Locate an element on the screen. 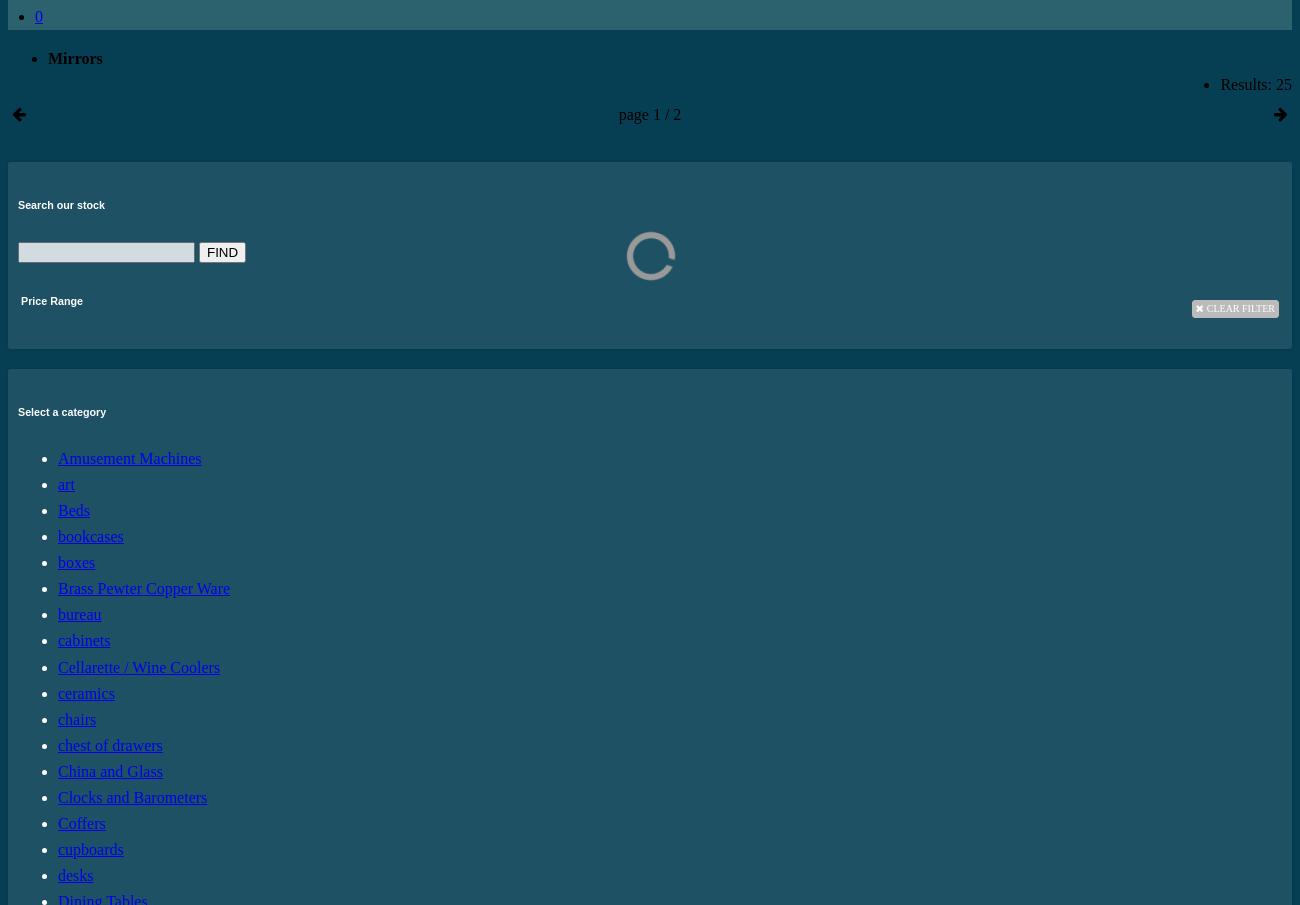 The width and height of the screenshot is (1300, 905). 'boxes' is located at coordinates (76, 562).